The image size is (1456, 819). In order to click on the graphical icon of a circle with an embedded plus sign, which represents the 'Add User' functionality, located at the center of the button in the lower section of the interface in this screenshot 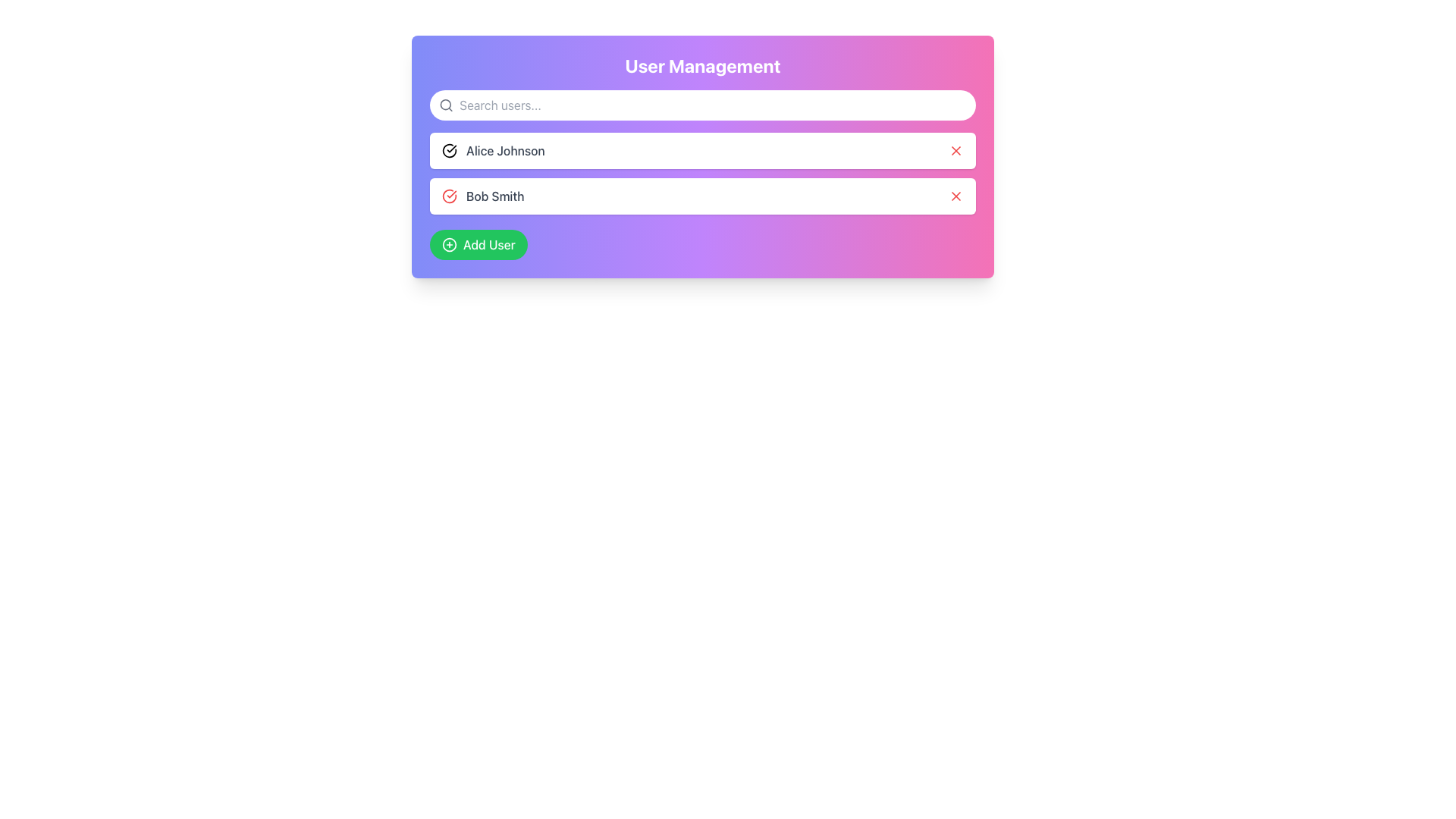, I will do `click(449, 244)`.